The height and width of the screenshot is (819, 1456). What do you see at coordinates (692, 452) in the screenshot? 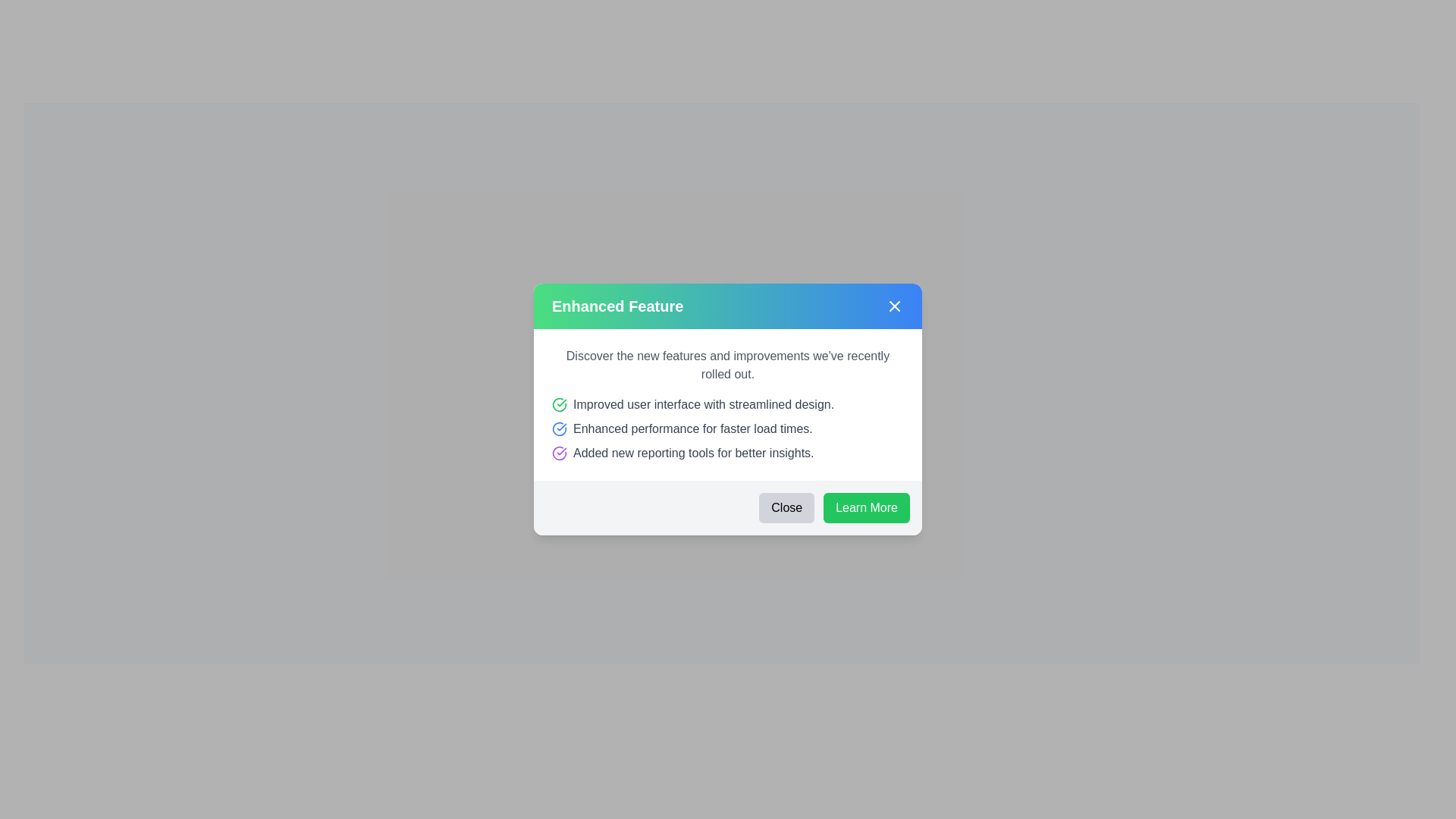
I see `the text label that displays 'Added new reporting tools for better insights.' which is the third item in a vertical list within the 'Enhanced Feature' modal` at bounding box center [692, 452].